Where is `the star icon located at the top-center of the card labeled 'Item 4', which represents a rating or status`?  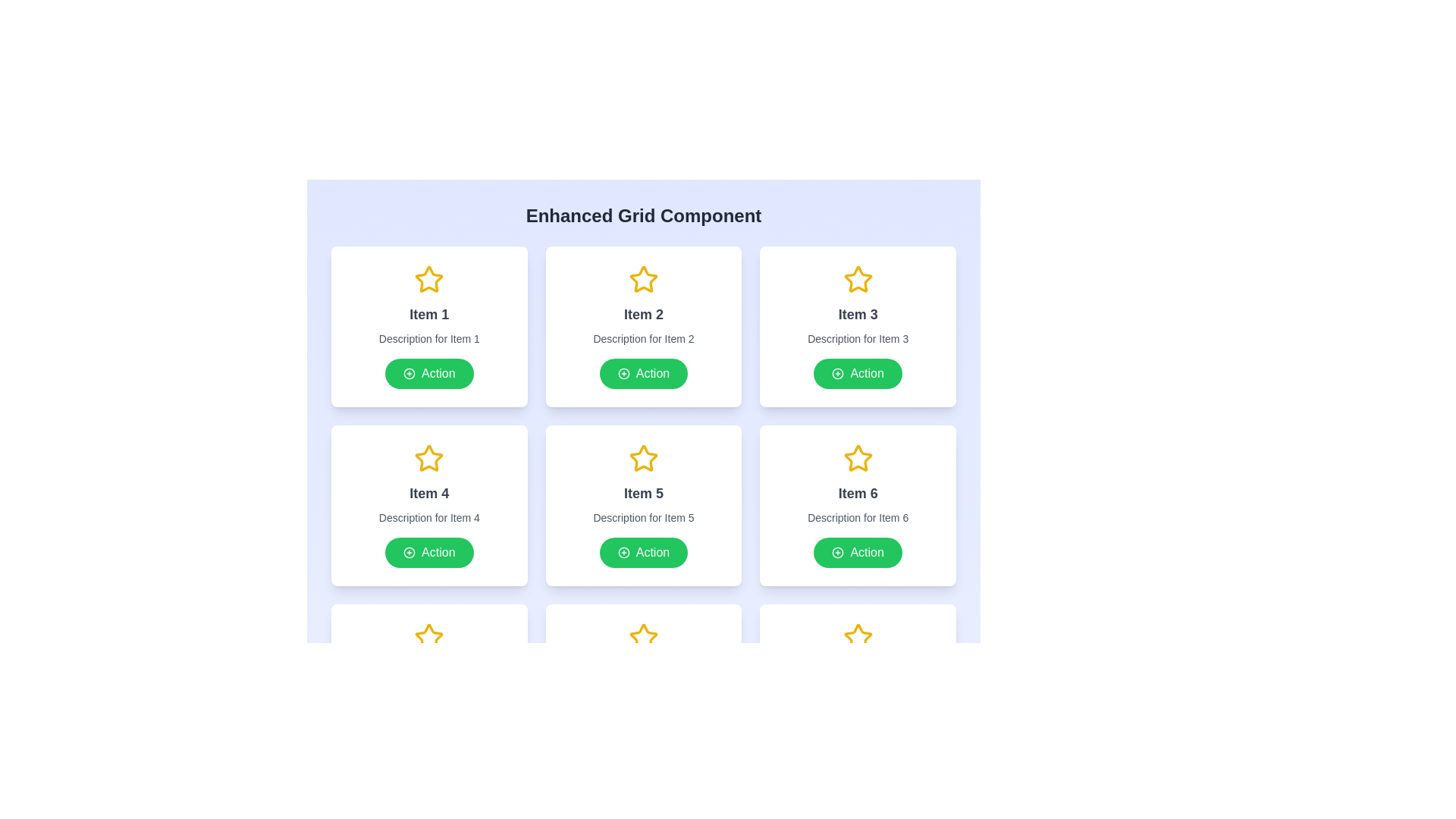
the star icon located at the top-center of the card labeled 'Item 4', which represents a rating or status is located at coordinates (428, 458).